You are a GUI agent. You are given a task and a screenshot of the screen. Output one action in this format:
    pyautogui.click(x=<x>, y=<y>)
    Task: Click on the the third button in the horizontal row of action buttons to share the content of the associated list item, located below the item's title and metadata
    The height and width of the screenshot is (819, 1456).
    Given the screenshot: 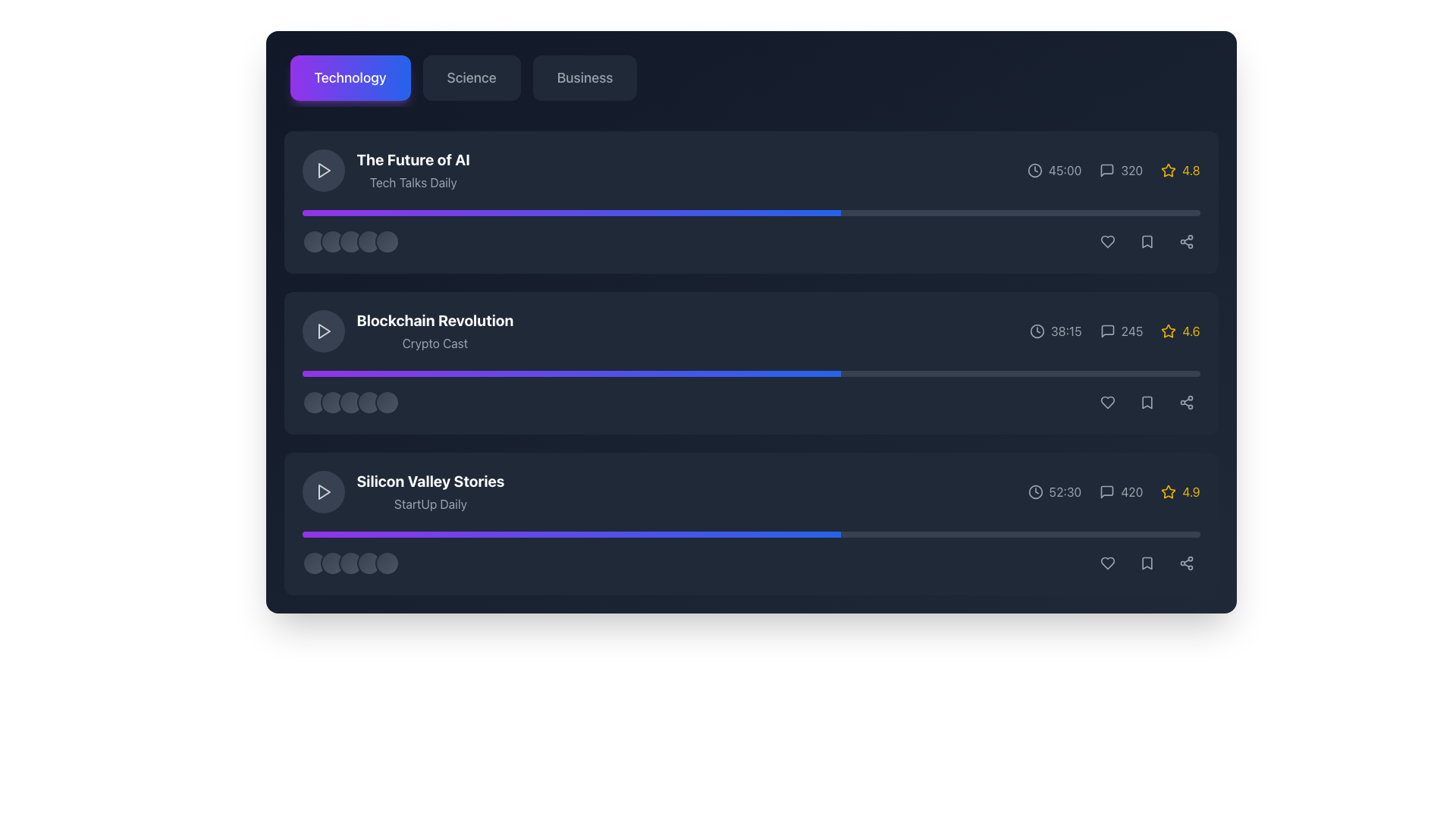 What is the action you would take?
    pyautogui.click(x=1185, y=241)
    